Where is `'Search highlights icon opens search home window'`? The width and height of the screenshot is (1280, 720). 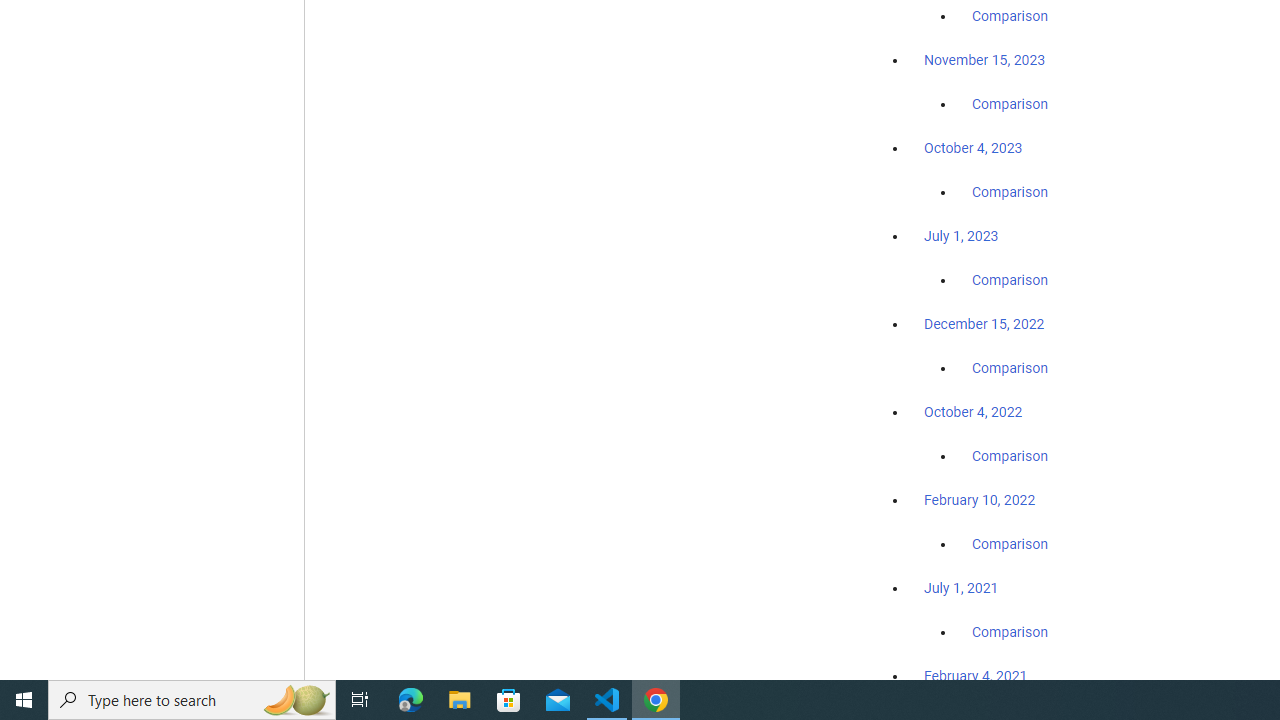 'Search highlights icon opens search home window' is located at coordinates (294, 698).